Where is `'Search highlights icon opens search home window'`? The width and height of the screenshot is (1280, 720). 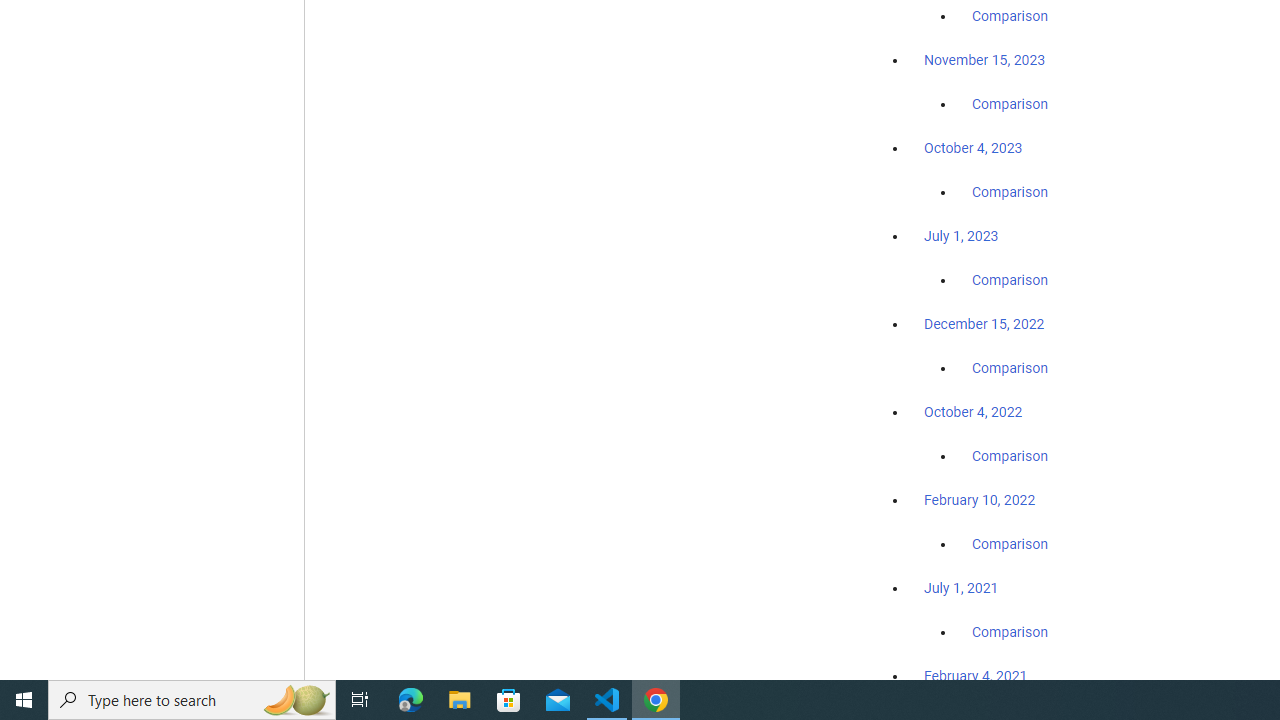 'Search highlights icon opens search home window' is located at coordinates (294, 698).